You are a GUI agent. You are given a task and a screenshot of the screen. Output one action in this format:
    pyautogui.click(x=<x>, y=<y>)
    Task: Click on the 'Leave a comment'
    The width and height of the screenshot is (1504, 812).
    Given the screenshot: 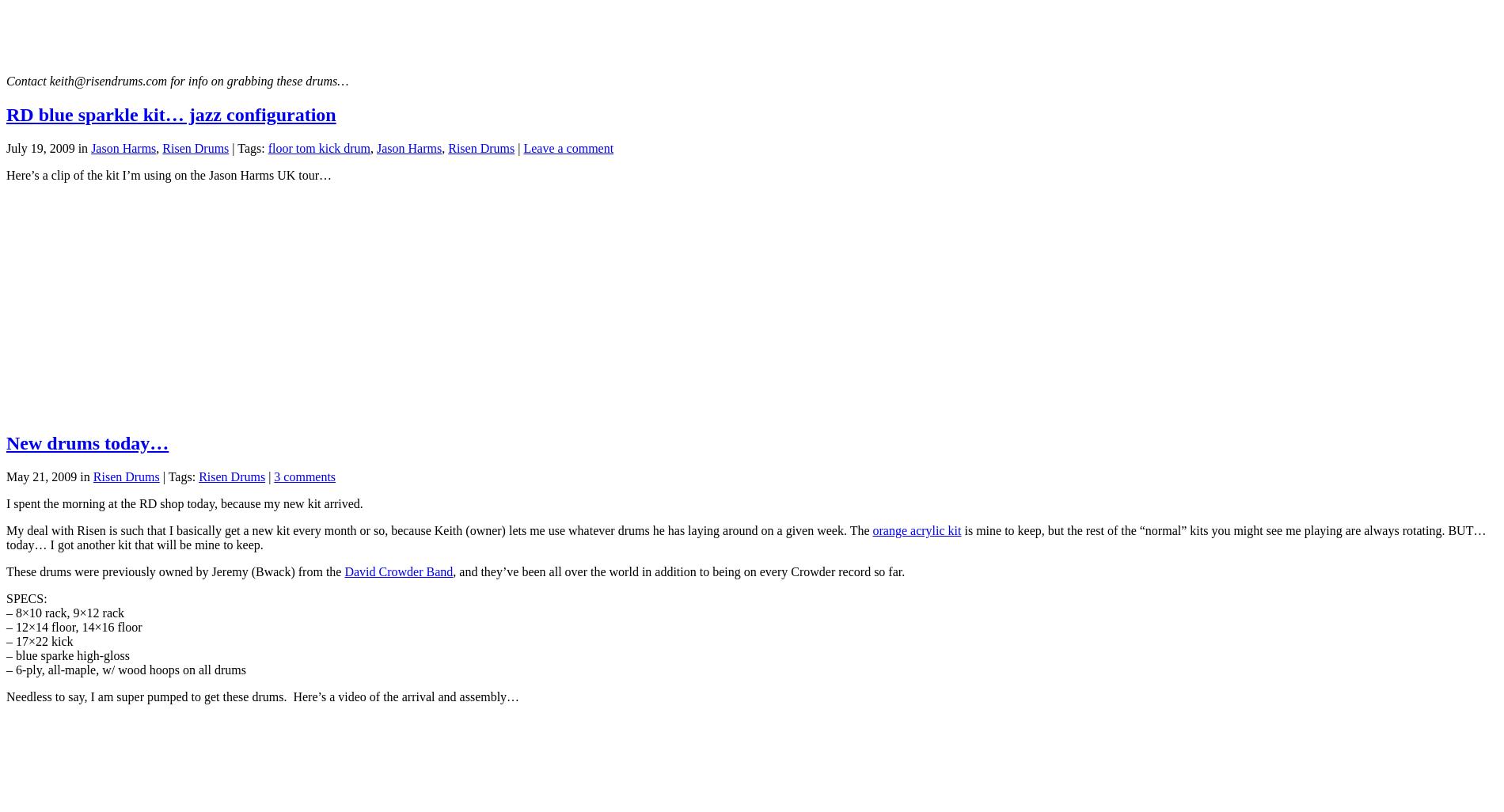 What is the action you would take?
    pyautogui.click(x=523, y=147)
    